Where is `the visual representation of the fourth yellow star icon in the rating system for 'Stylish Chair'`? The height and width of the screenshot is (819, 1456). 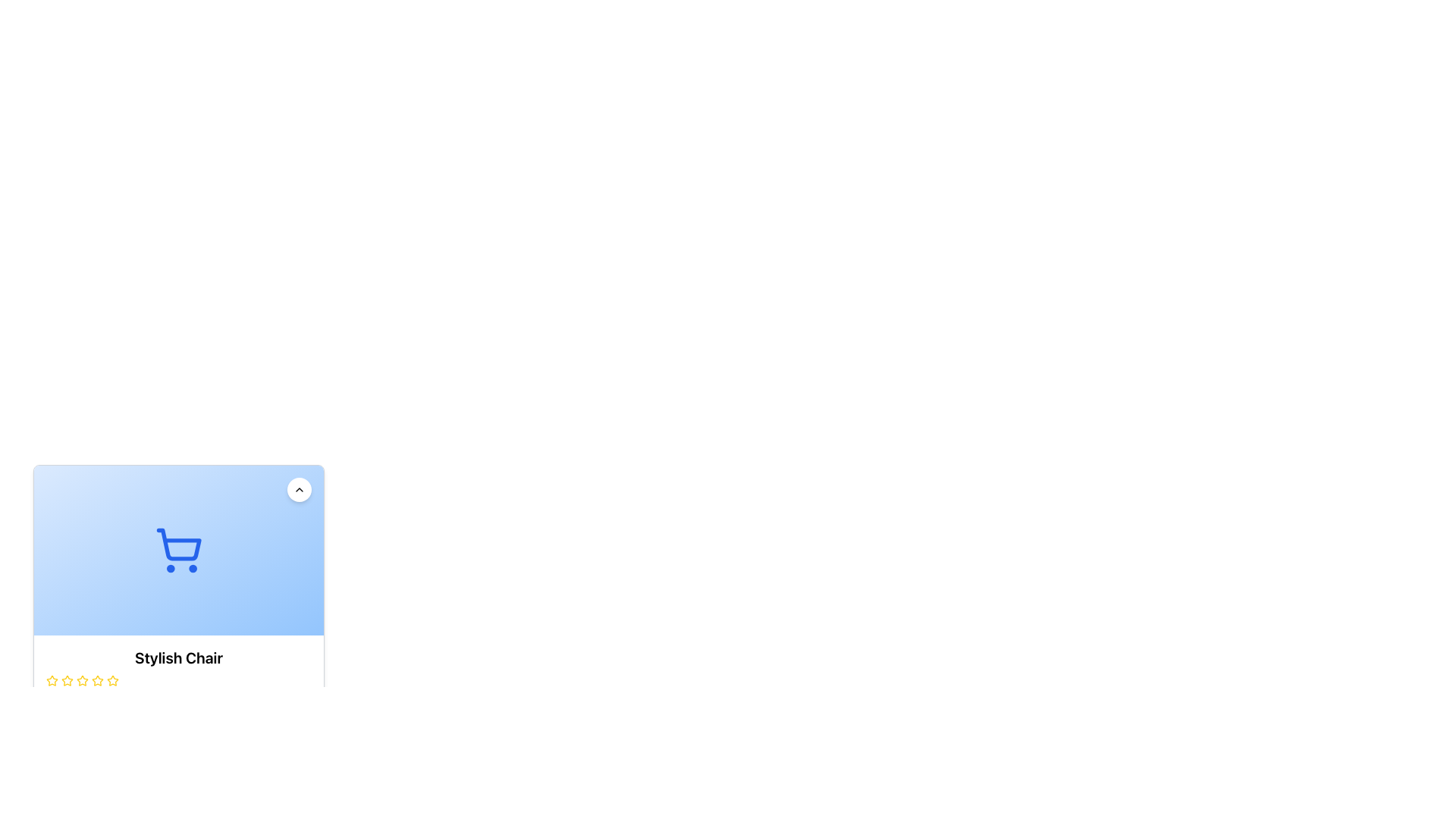 the visual representation of the fourth yellow star icon in the rating system for 'Stylish Chair' is located at coordinates (111, 679).